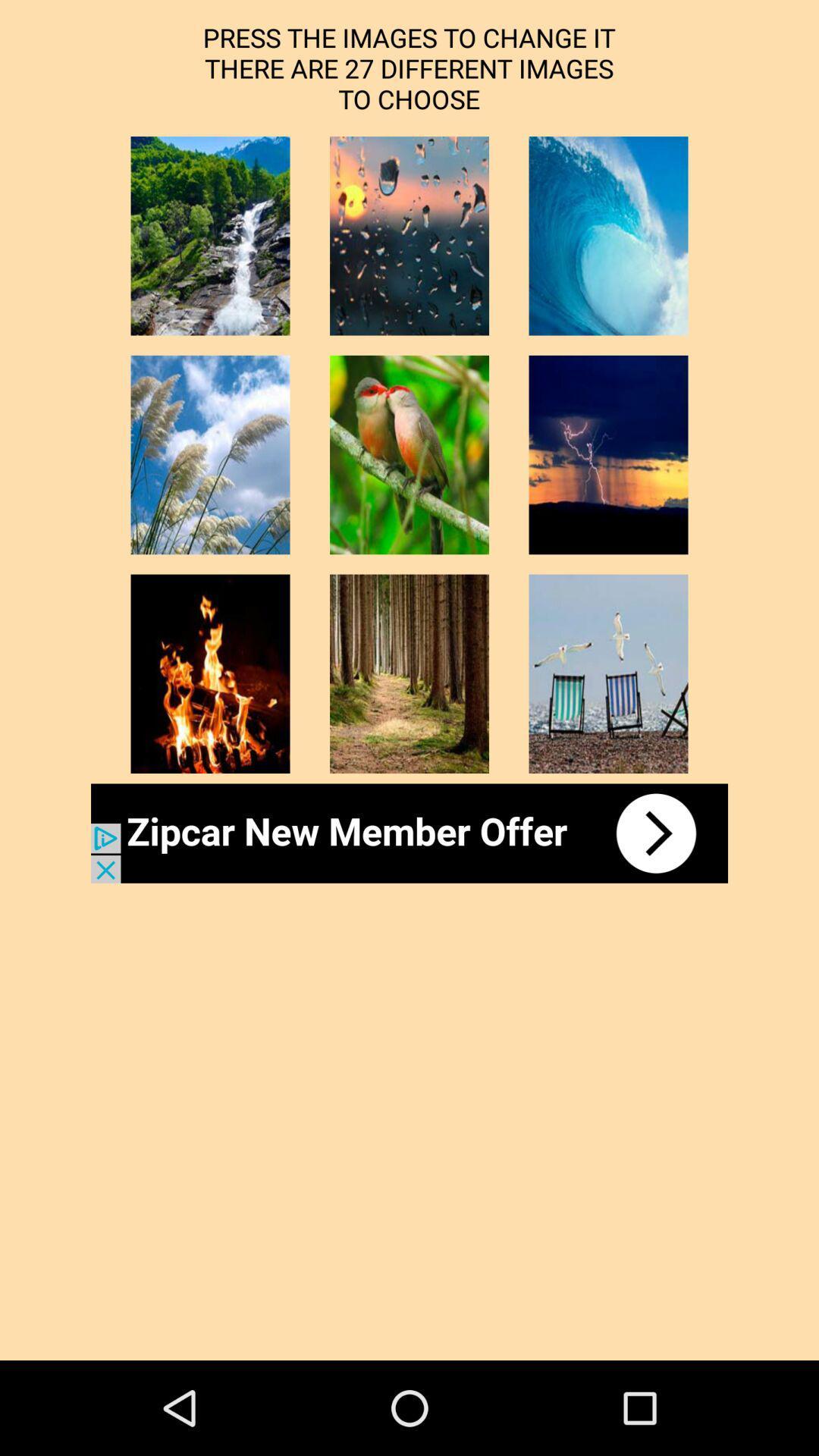 Image resolution: width=819 pixels, height=1456 pixels. What do you see at coordinates (409, 673) in the screenshot?
I see `change image` at bounding box center [409, 673].